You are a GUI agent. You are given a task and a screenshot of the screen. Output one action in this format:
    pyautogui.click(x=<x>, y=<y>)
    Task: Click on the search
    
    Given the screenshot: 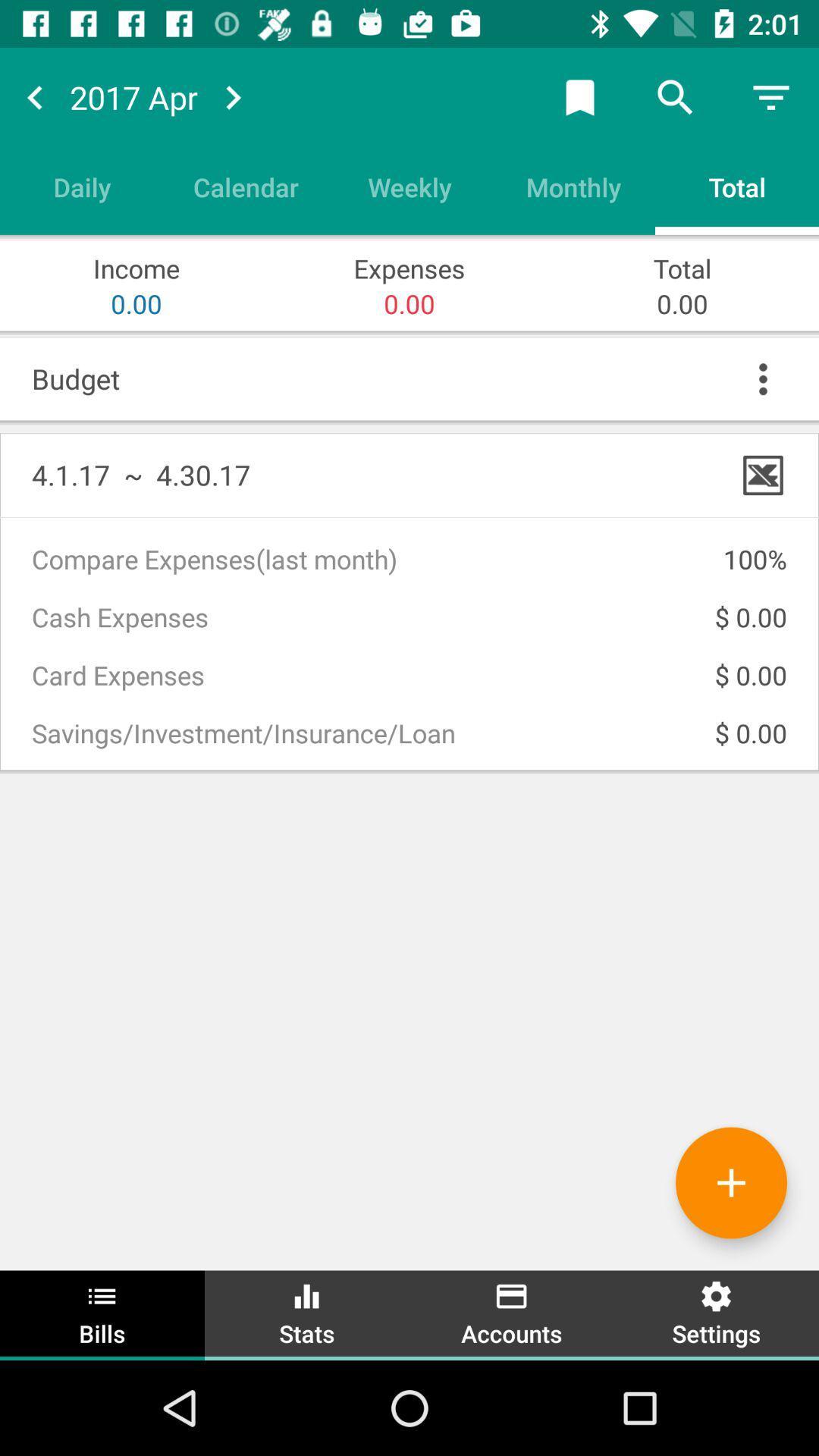 What is the action you would take?
    pyautogui.click(x=675, y=96)
    